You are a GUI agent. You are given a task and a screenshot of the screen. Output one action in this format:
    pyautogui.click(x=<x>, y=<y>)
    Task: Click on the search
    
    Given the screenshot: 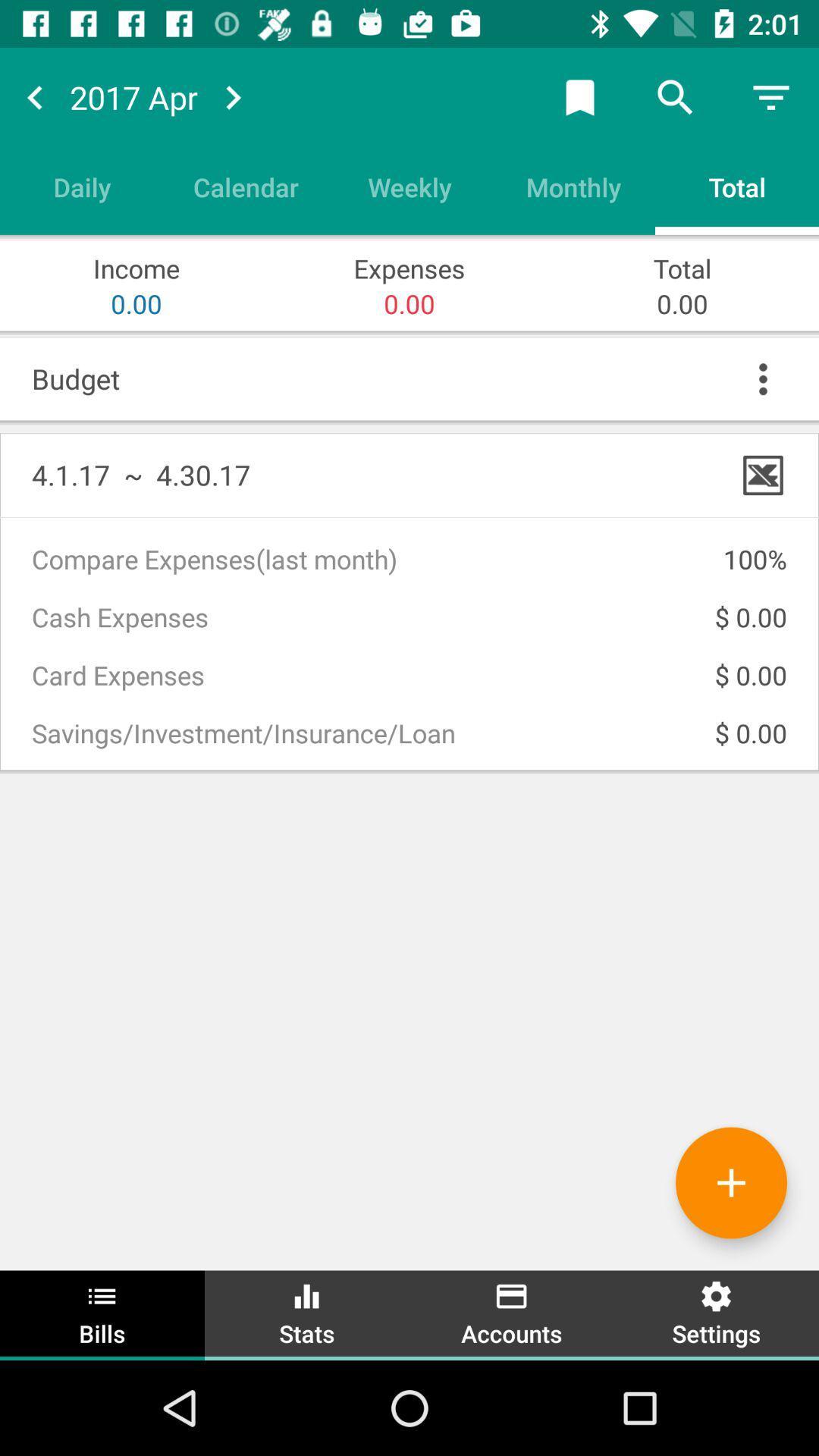 What is the action you would take?
    pyautogui.click(x=675, y=96)
    